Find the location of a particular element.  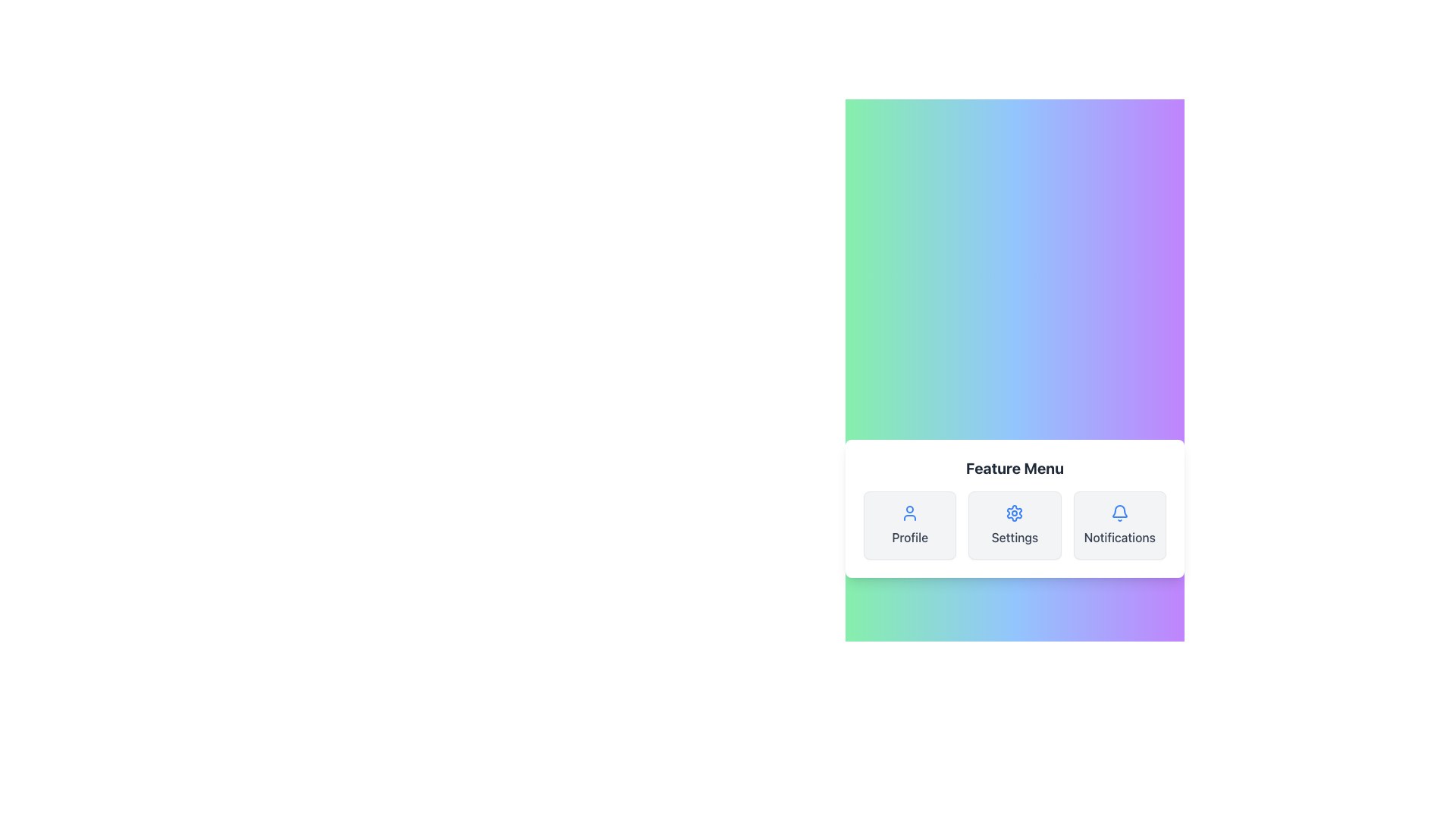

the 'Settings' button, which features a blue cogwheel icon and medium-weight gray text beneath it, centrally positioned in a three-column layout is located at coordinates (1015, 525).